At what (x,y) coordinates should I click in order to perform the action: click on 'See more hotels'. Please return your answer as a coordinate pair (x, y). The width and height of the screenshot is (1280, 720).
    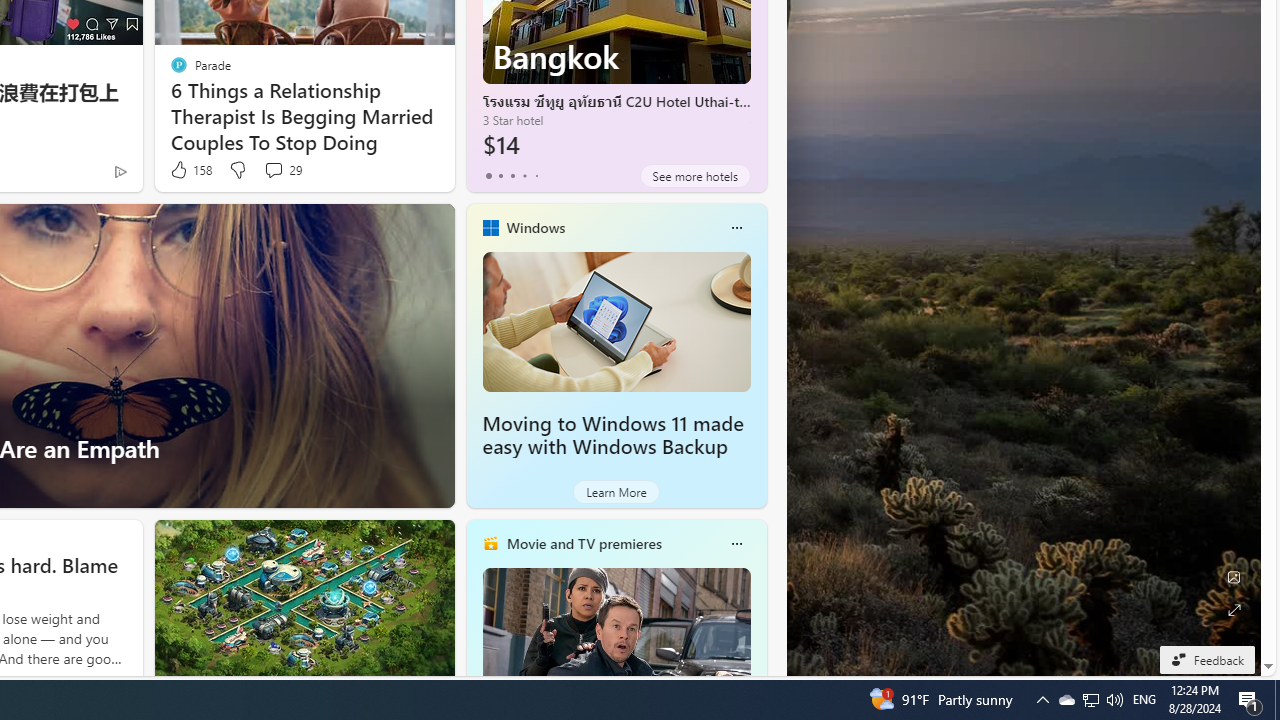
    Looking at the image, I should click on (695, 175).